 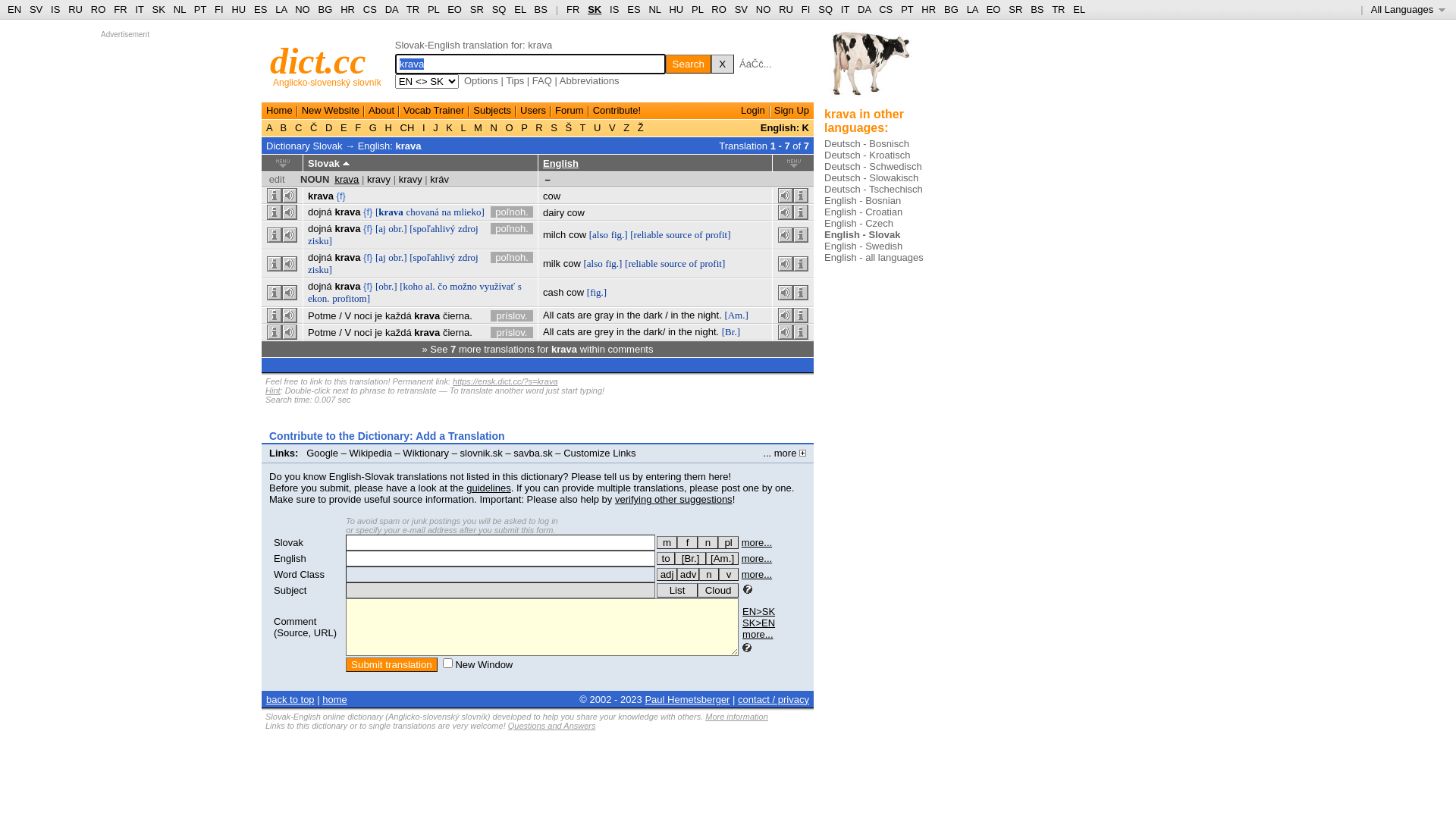 What do you see at coordinates (717, 541) in the screenshot?
I see `'pl'` at bounding box center [717, 541].